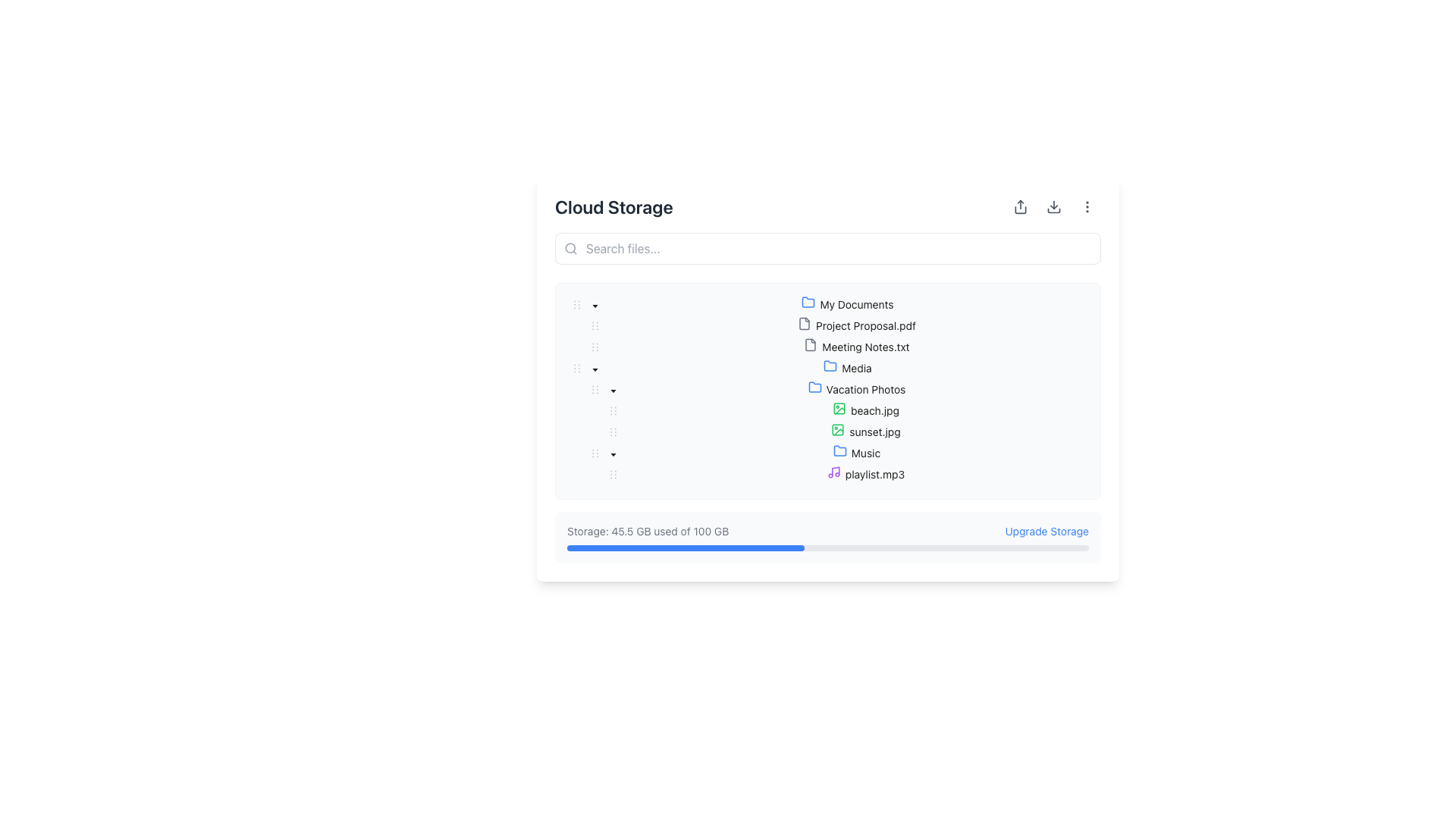 This screenshot has width=1456, height=819. What do you see at coordinates (632, 432) in the screenshot?
I see `the structural marker element for 'sunset.jpg' in the hierarchical file tree` at bounding box center [632, 432].